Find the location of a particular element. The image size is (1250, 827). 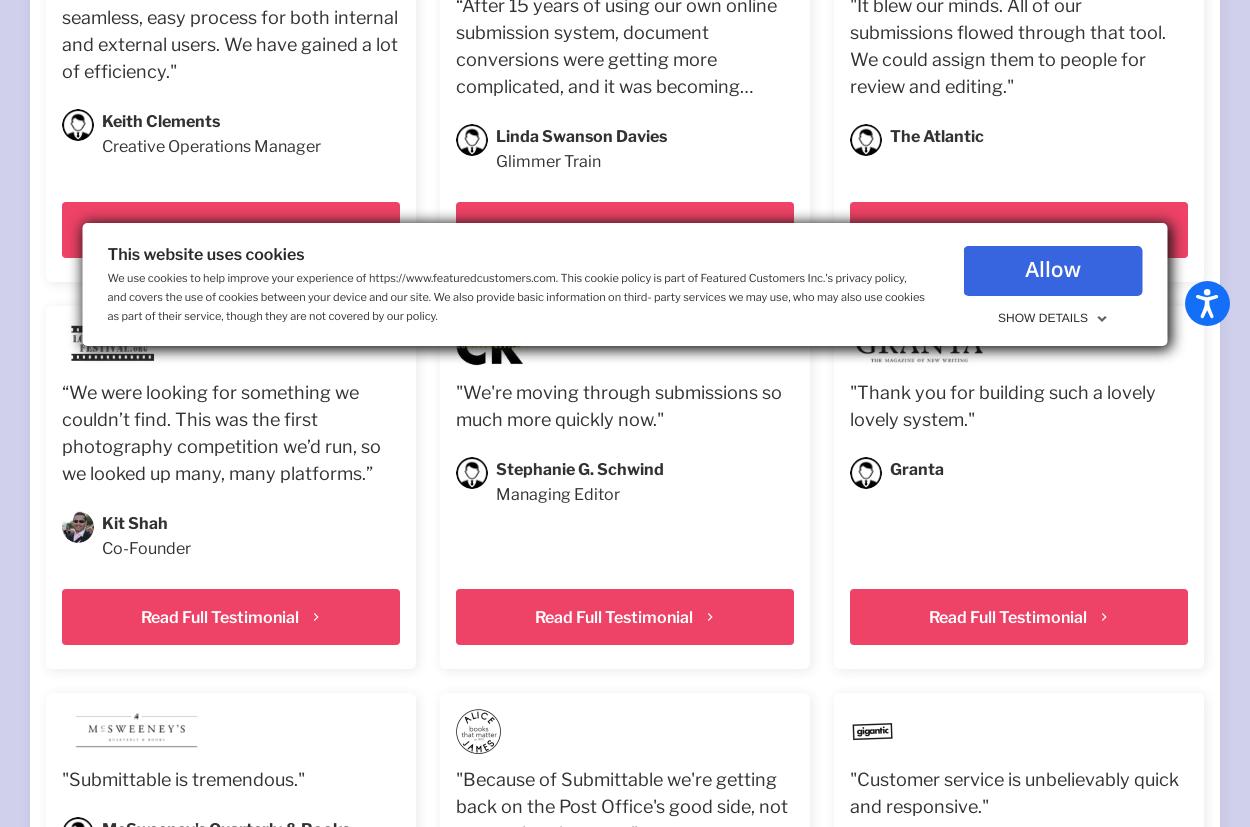

'Keith Clements' is located at coordinates (161, 120).